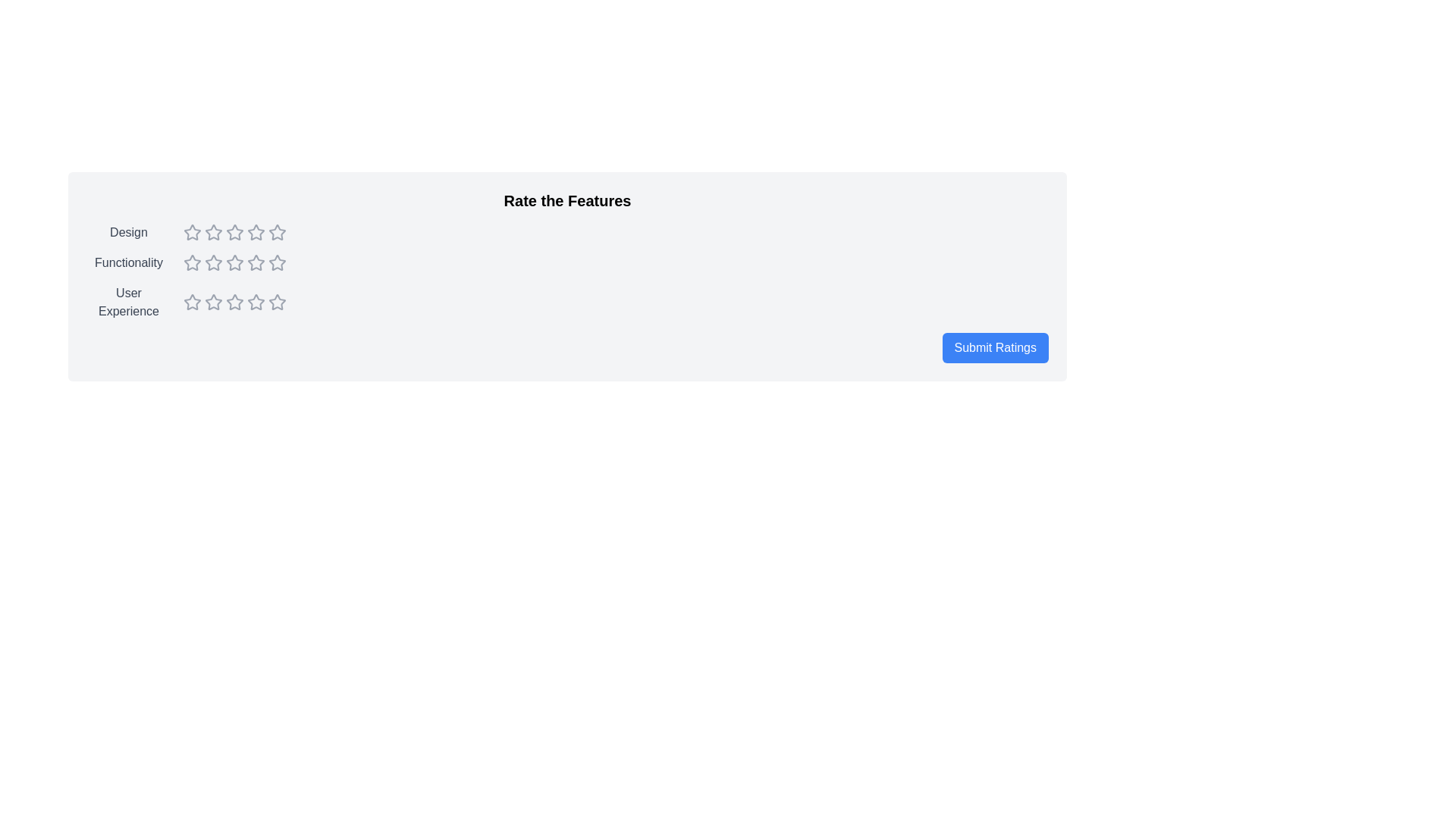 Image resolution: width=1456 pixels, height=819 pixels. Describe the element at coordinates (234, 262) in the screenshot. I see `the third star` at that location.